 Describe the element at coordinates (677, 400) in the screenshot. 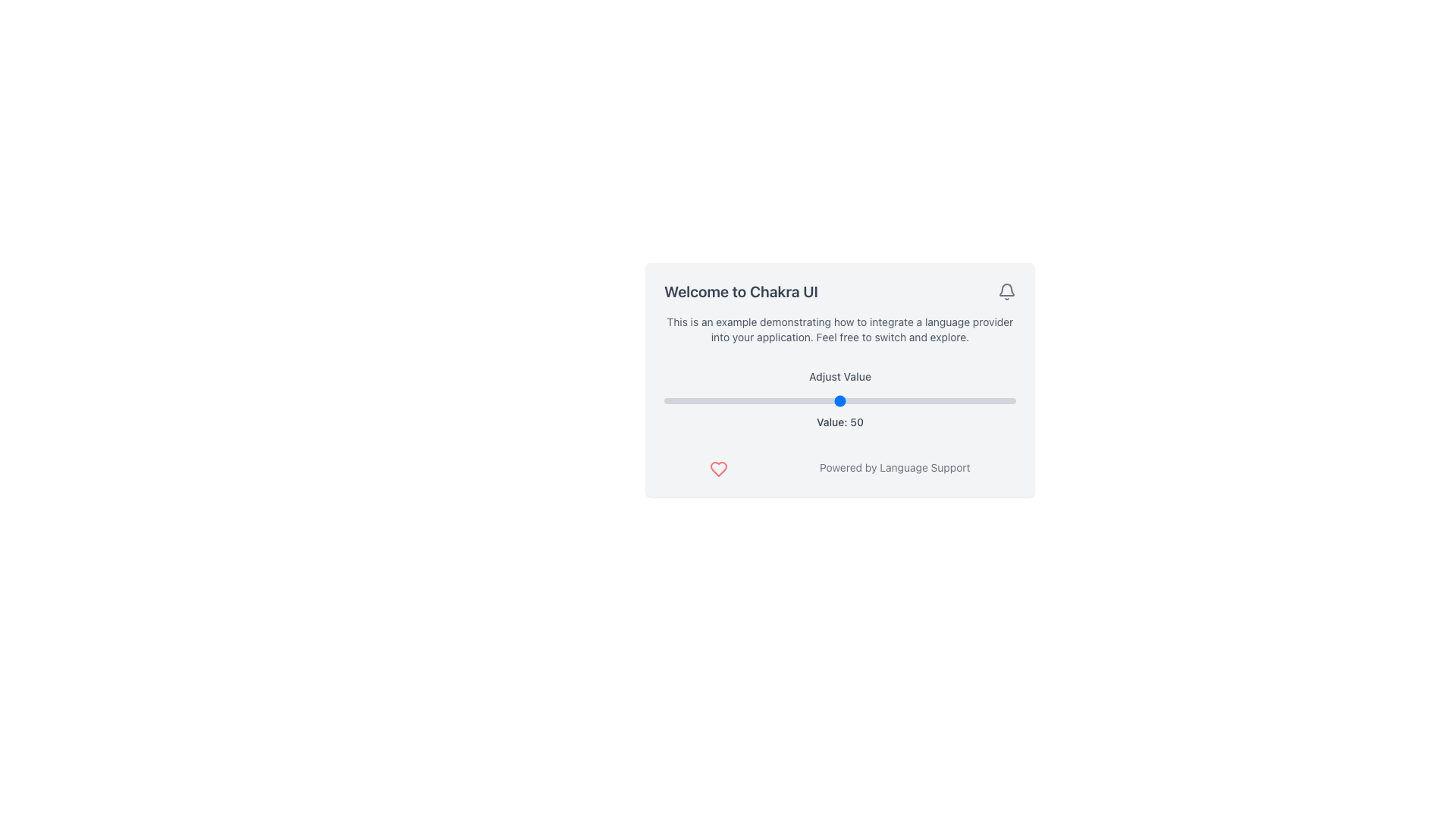

I see `the slider value` at that location.